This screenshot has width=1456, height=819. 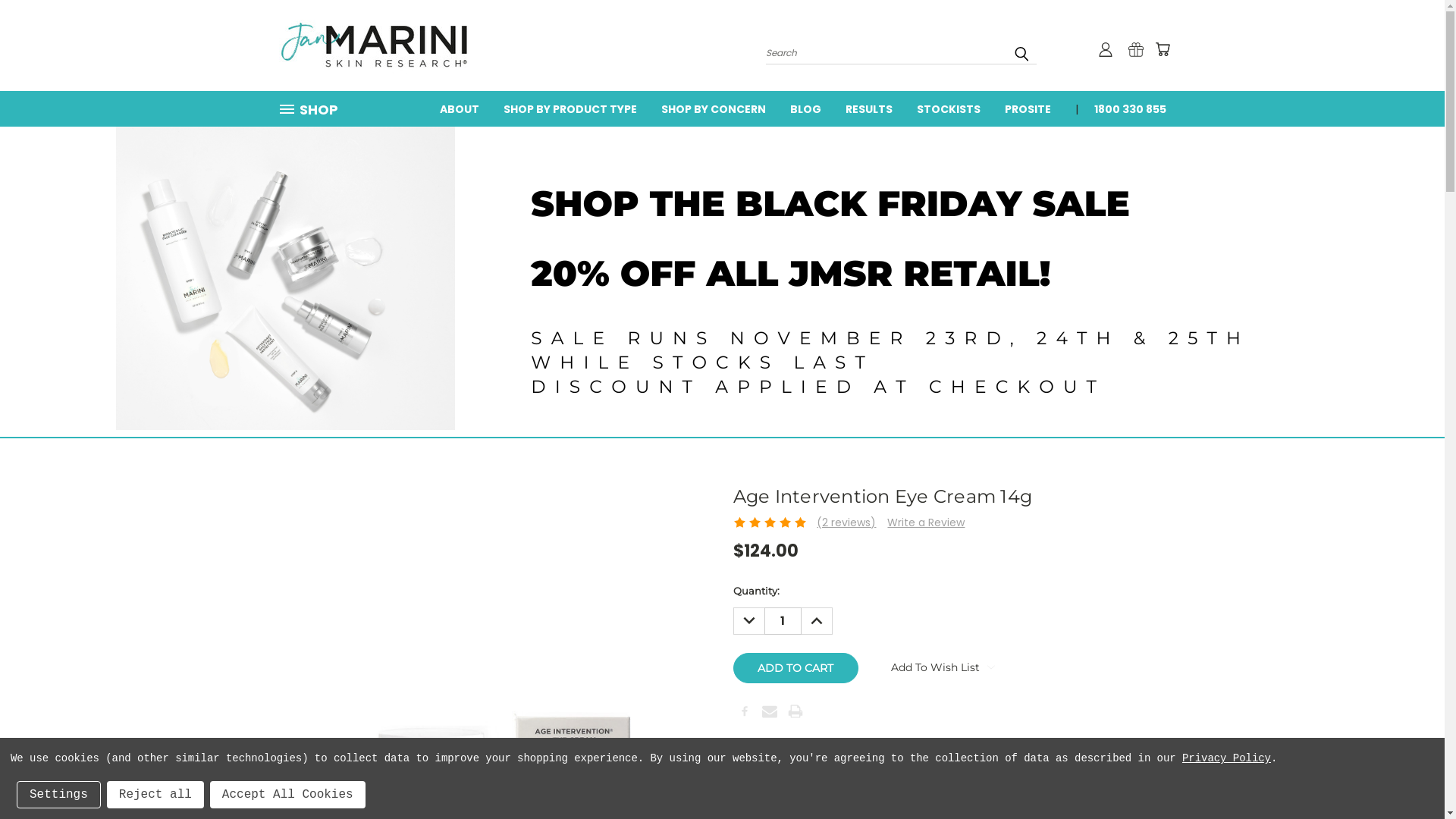 What do you see at coordinates (570, 107) in the screenshot?
I see `'SHOP BY PRODUCT TYPE'` at bounding box center [570, 107].